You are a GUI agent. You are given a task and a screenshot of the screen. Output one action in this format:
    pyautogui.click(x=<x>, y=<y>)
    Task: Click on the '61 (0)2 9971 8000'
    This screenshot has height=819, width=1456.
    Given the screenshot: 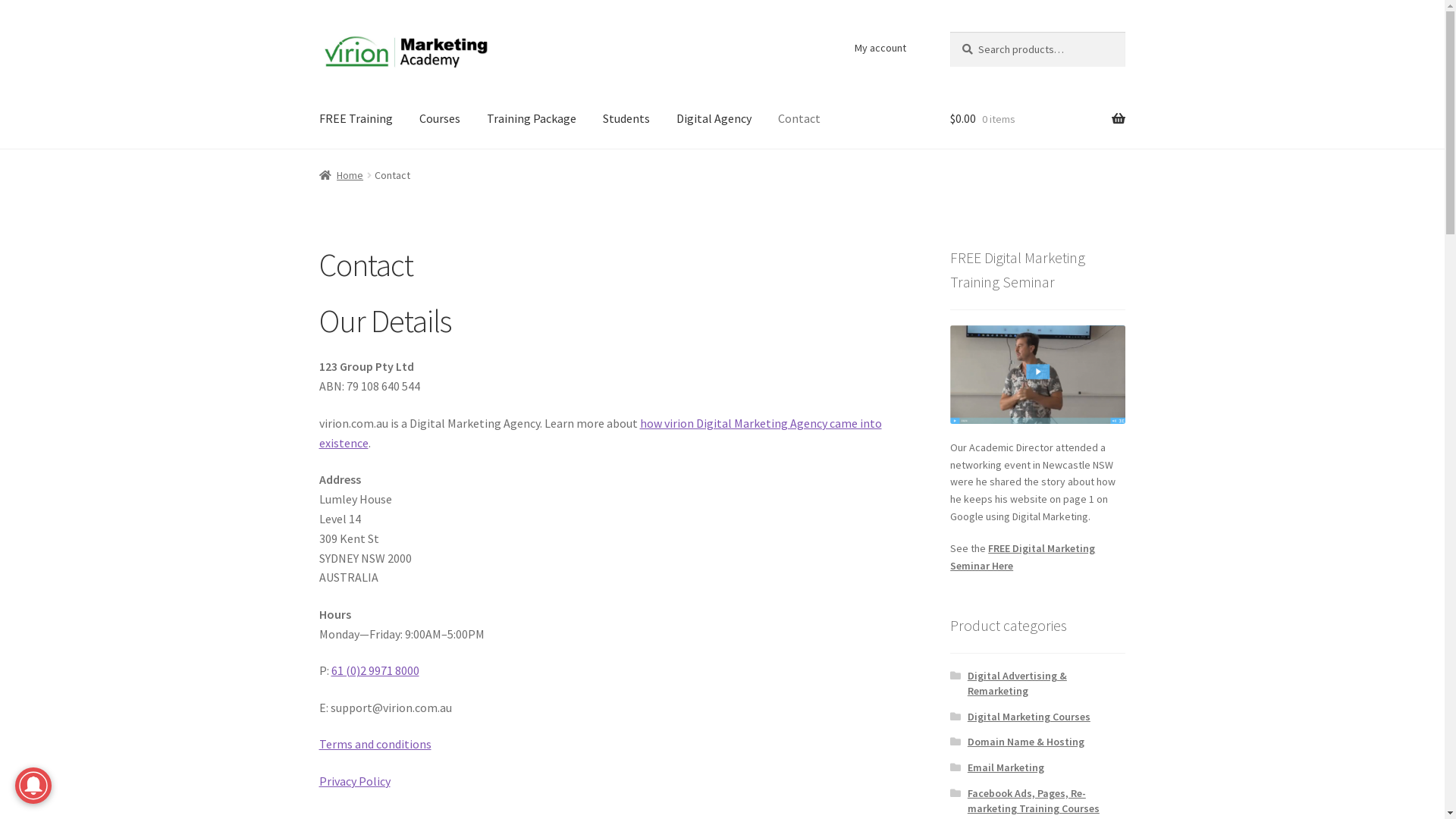 What is the action you would take?
    pyautogui.click(x=375, y=669)
    